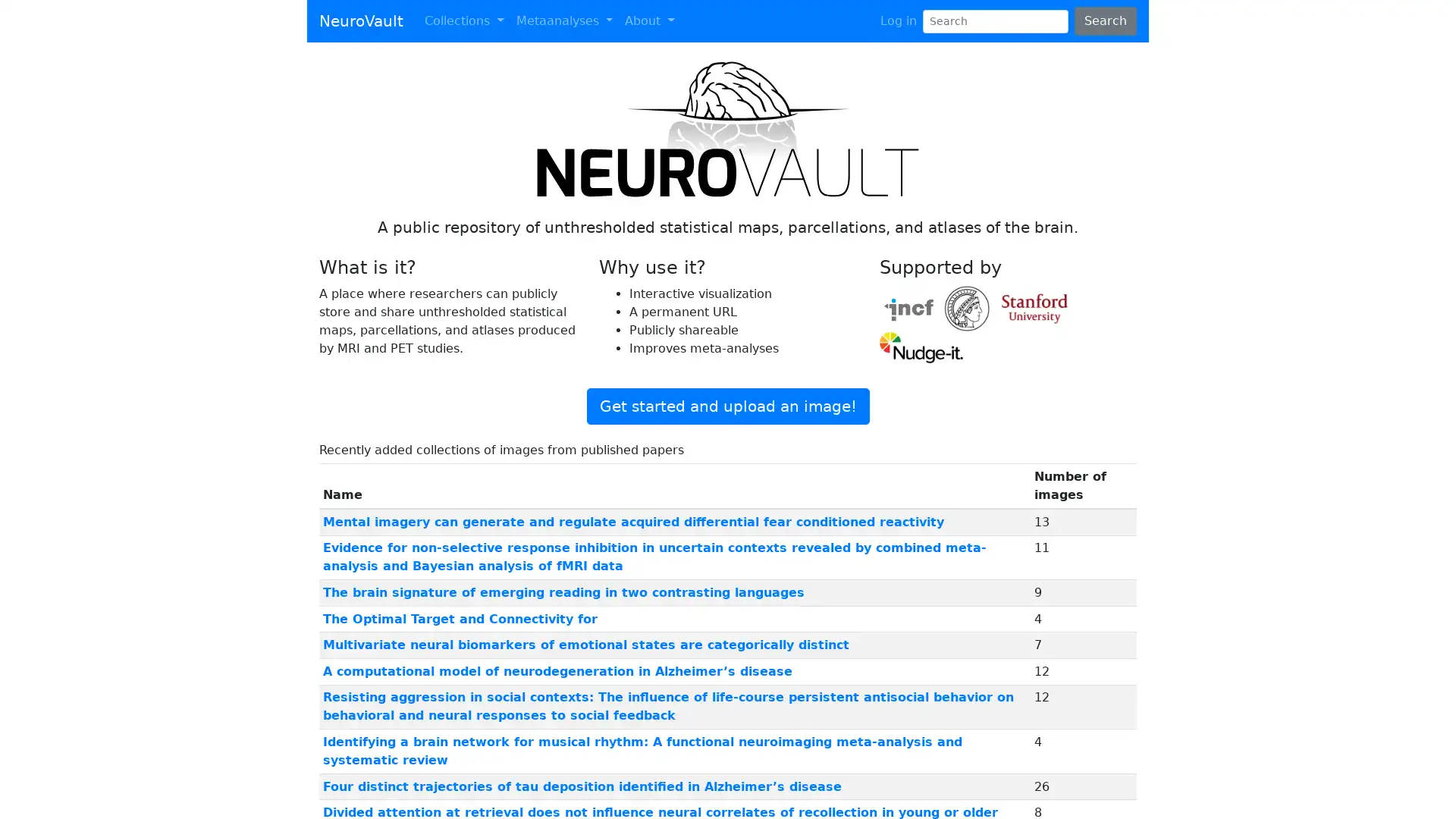  I want to click on Search, so click(1105, 20).